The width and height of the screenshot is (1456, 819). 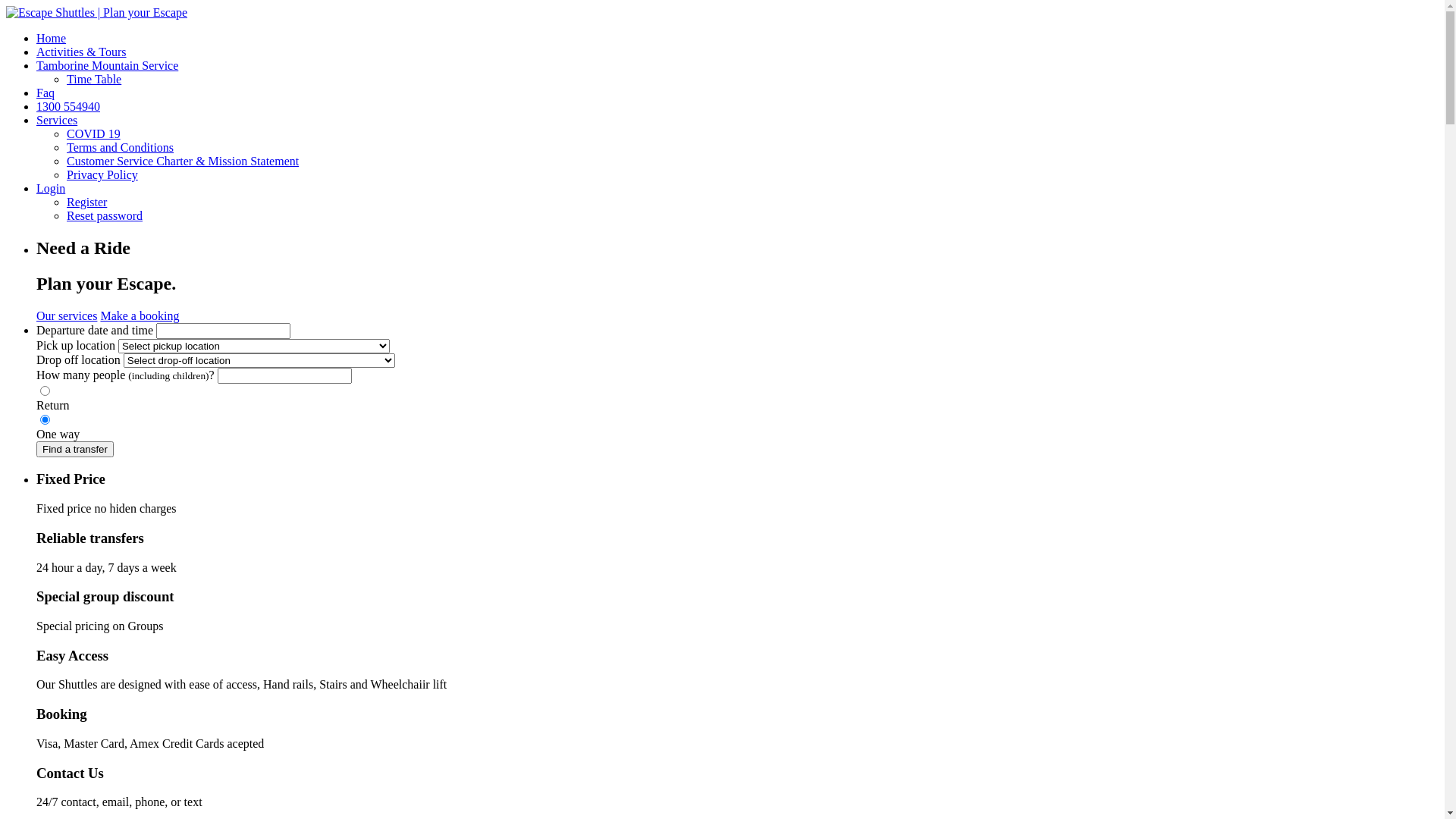 I want to click on 'COVID 19', so click(x=93, y=133).